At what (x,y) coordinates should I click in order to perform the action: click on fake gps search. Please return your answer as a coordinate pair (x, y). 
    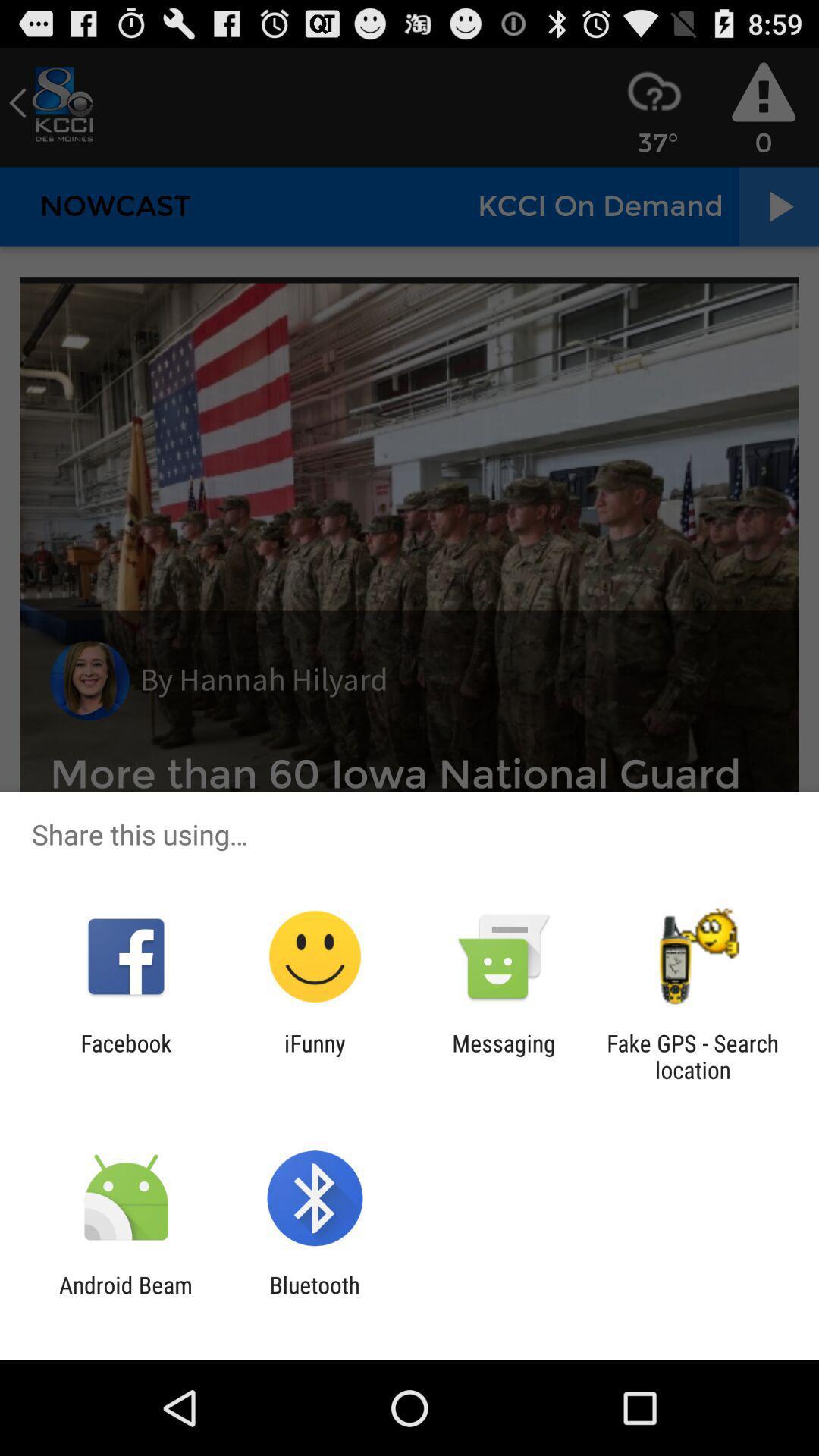
    Looking at the image, I should click on (692, 1056).